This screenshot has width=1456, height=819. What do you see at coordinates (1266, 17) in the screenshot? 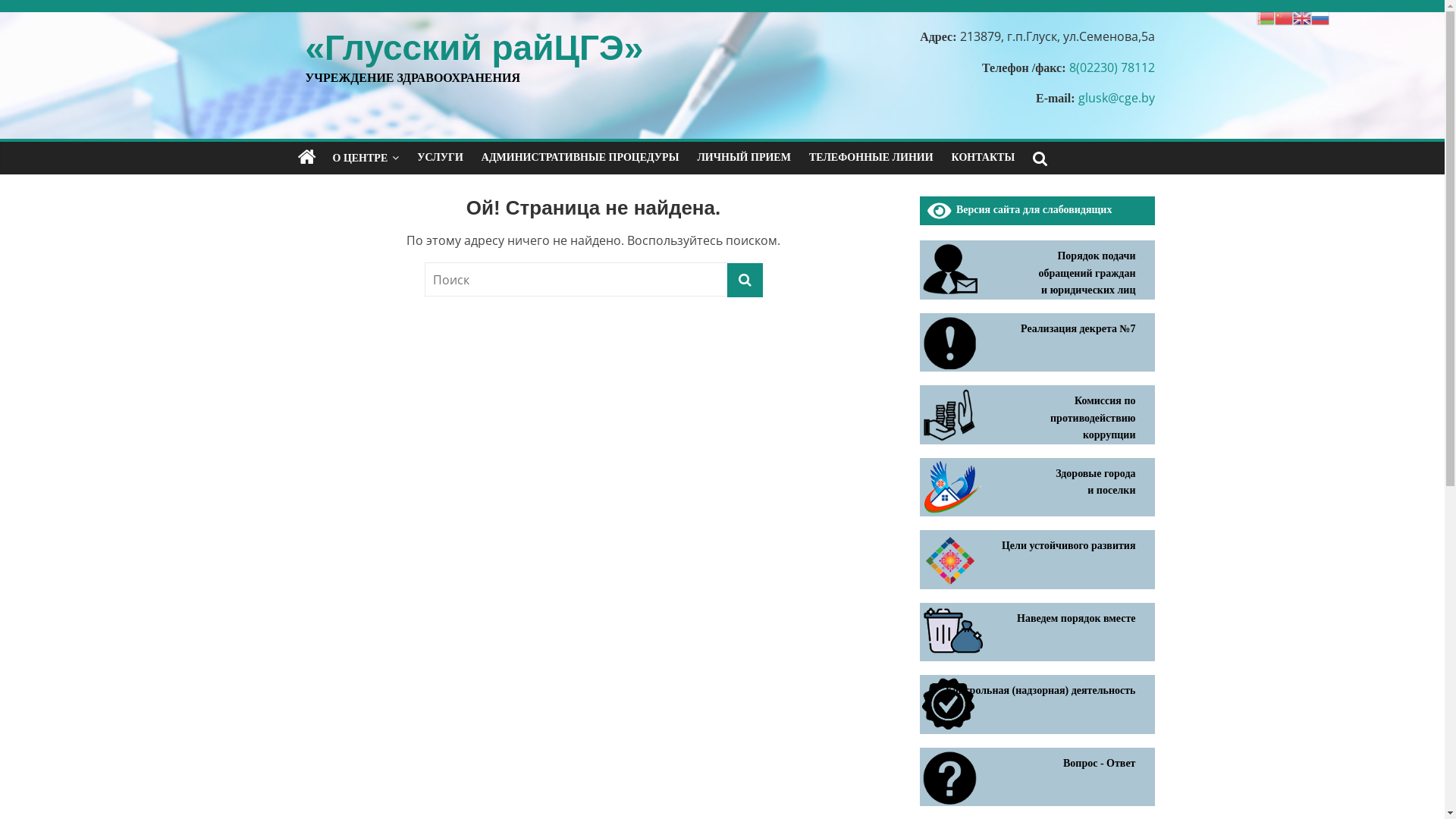
I see `'Belarusian'` at bounding box center [1266, 17].